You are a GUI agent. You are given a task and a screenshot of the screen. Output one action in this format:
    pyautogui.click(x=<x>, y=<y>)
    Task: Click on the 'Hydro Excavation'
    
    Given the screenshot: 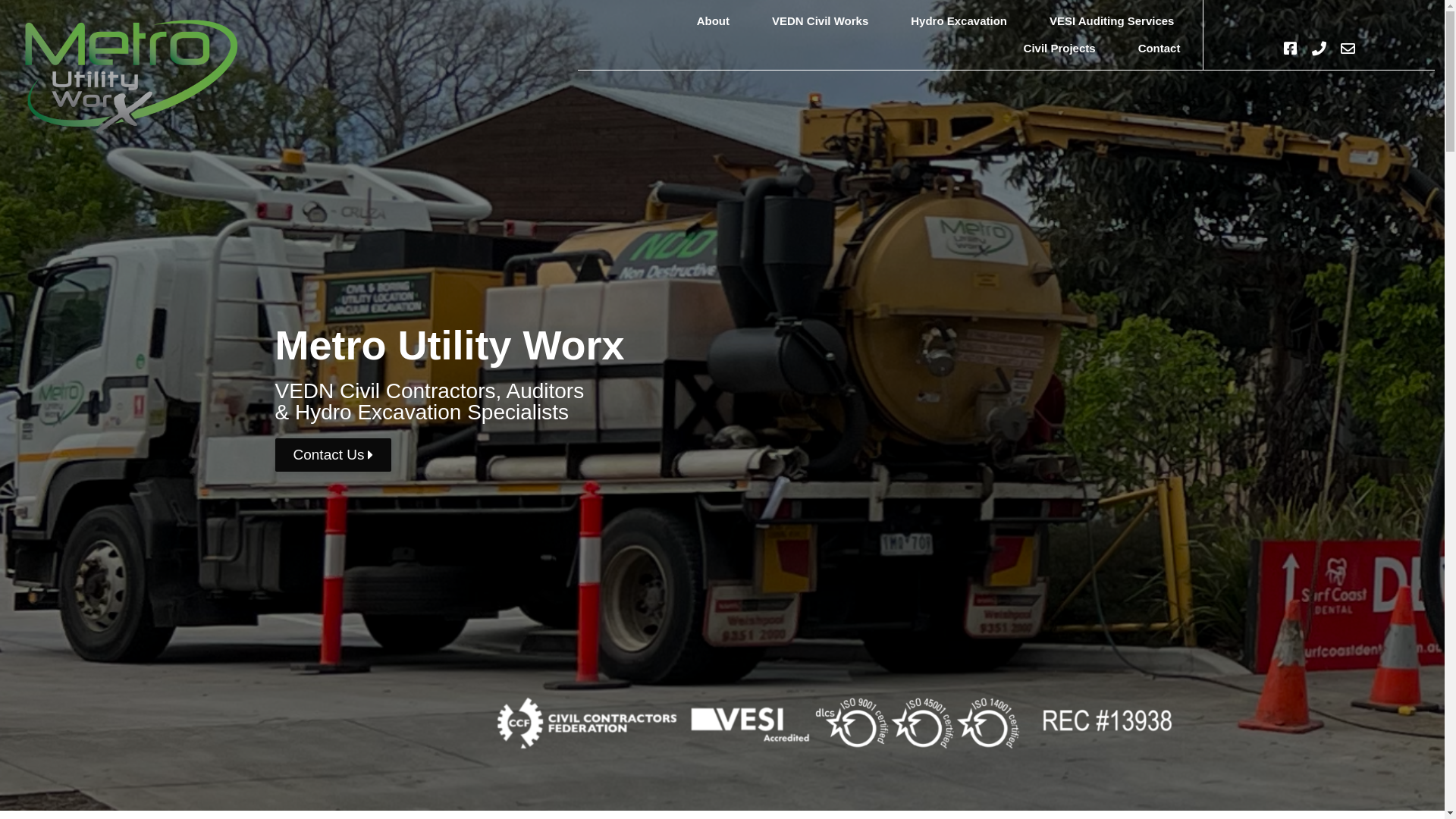 What is the action you would take?
    pyautogui.click(x=958, y=20)
    